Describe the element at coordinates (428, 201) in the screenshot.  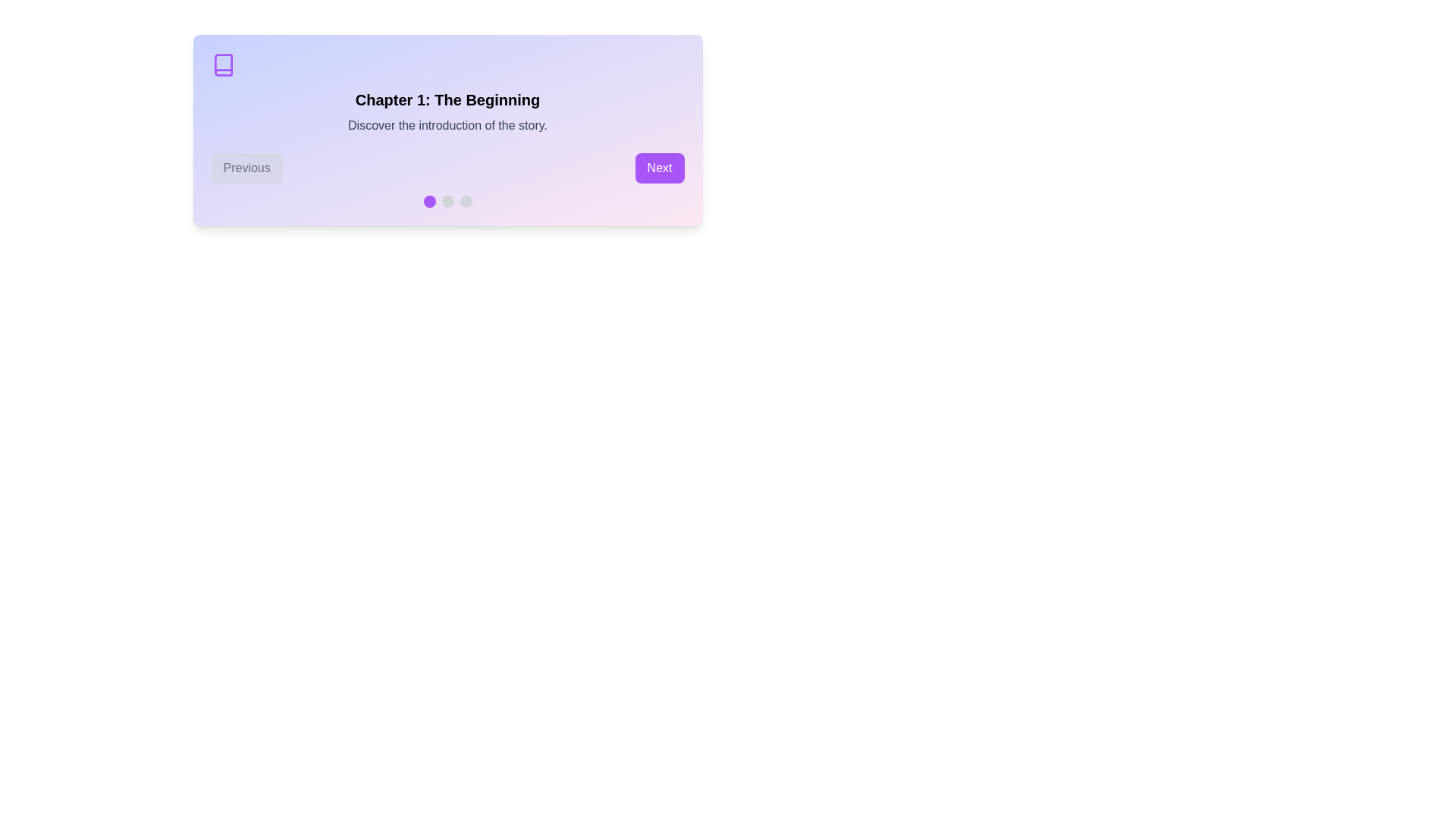
I see `the chapter indicator dot corresponding to 1` at that location.